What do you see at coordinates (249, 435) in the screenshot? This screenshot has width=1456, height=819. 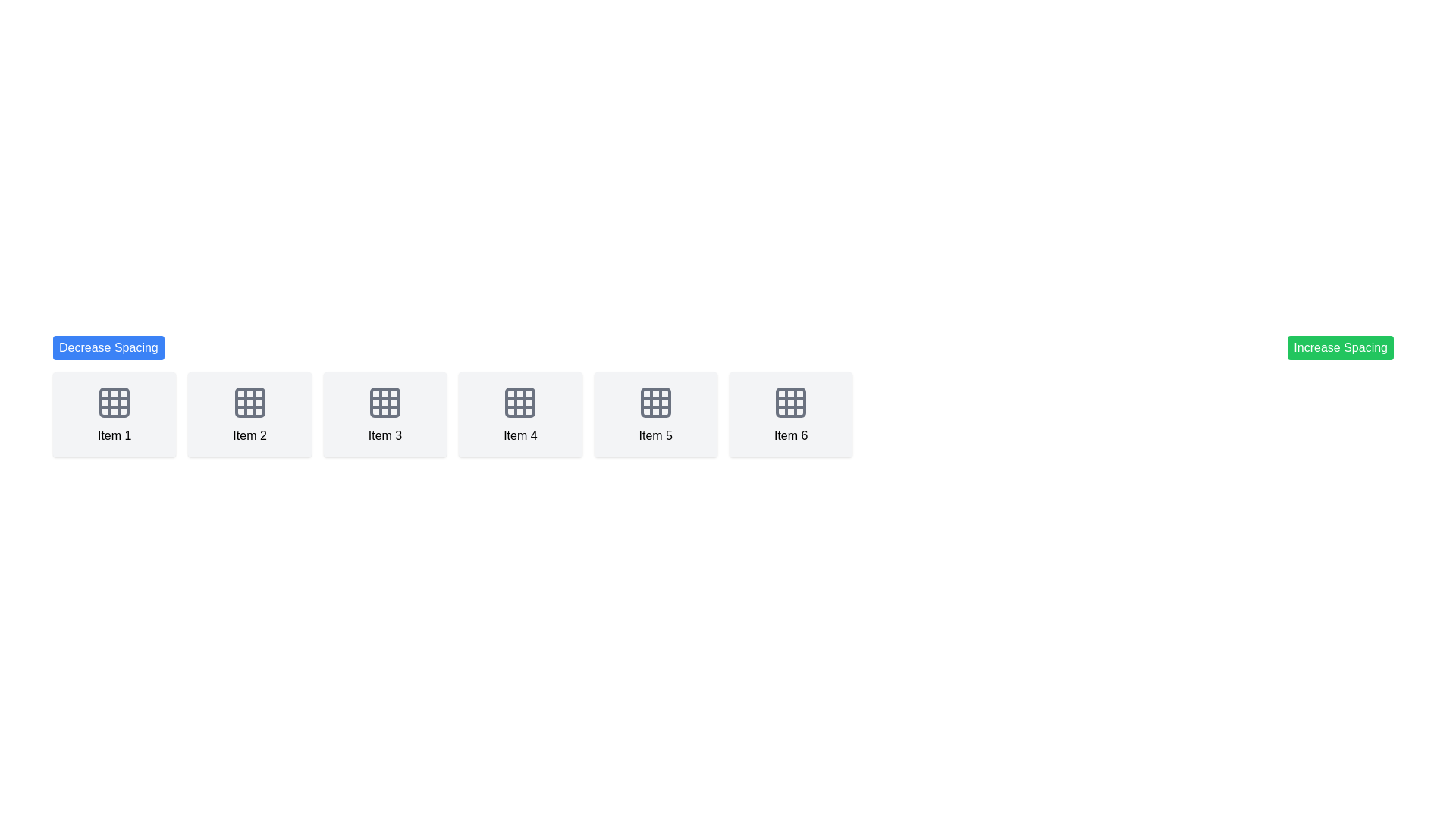 I see `the Text label displaying 'Item 2', which is located between 'Item 1' and 'Item 3' in a horizontally aligned list of labeled icon-button combinations` at bounding box center [249, 435].